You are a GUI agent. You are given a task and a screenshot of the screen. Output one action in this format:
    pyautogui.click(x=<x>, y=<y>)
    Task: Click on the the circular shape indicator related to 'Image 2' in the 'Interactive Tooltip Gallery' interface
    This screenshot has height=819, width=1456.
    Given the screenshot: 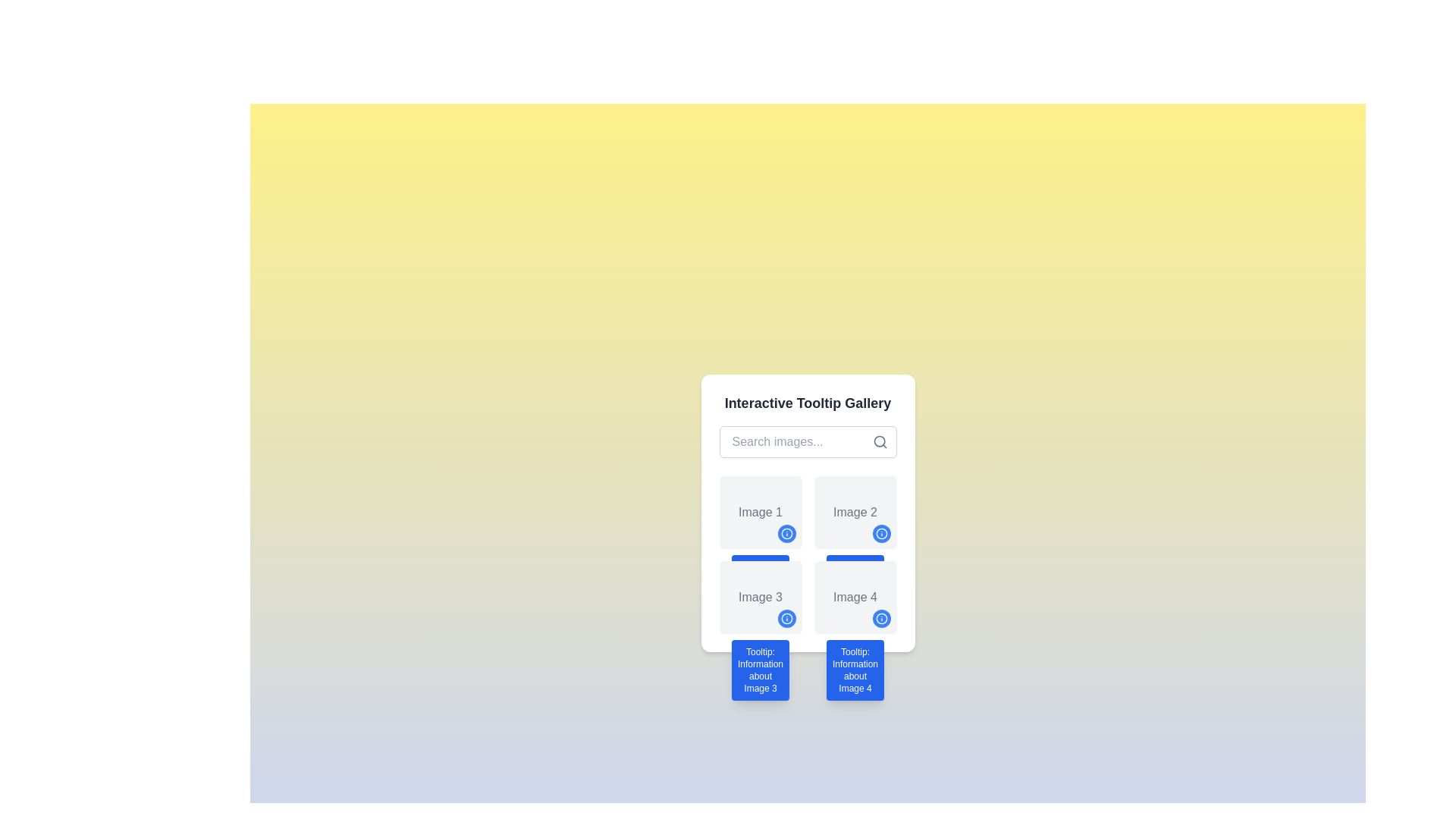 What is the action you would take?
    pyautogui.click(x=881, y=533)
    